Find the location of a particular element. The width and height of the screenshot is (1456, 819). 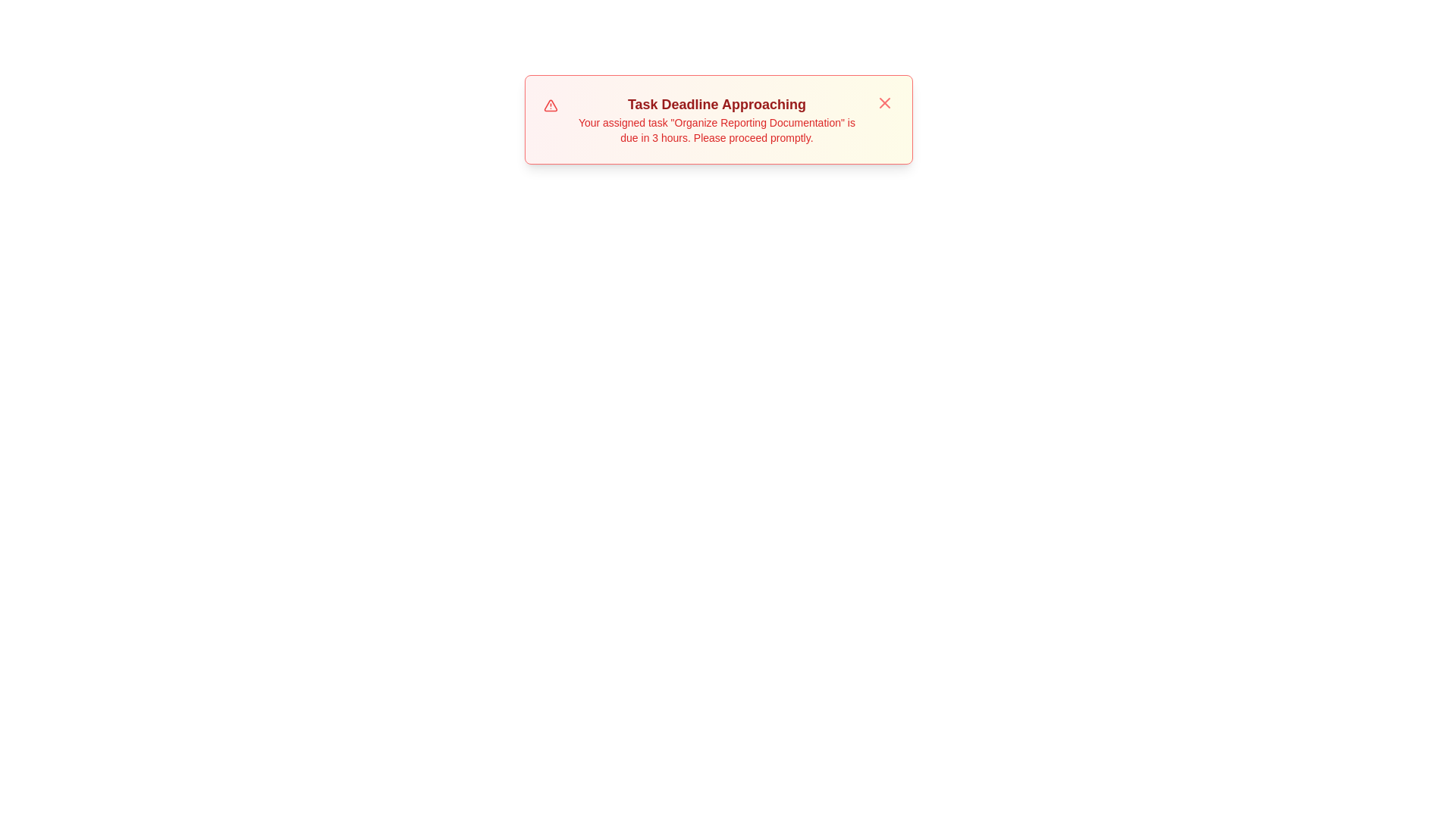

text element that informs the user about the task's deadline and urgency, located below the header 'Task Deadline Approaching' in the notification box is located at coordinates (716, 130).